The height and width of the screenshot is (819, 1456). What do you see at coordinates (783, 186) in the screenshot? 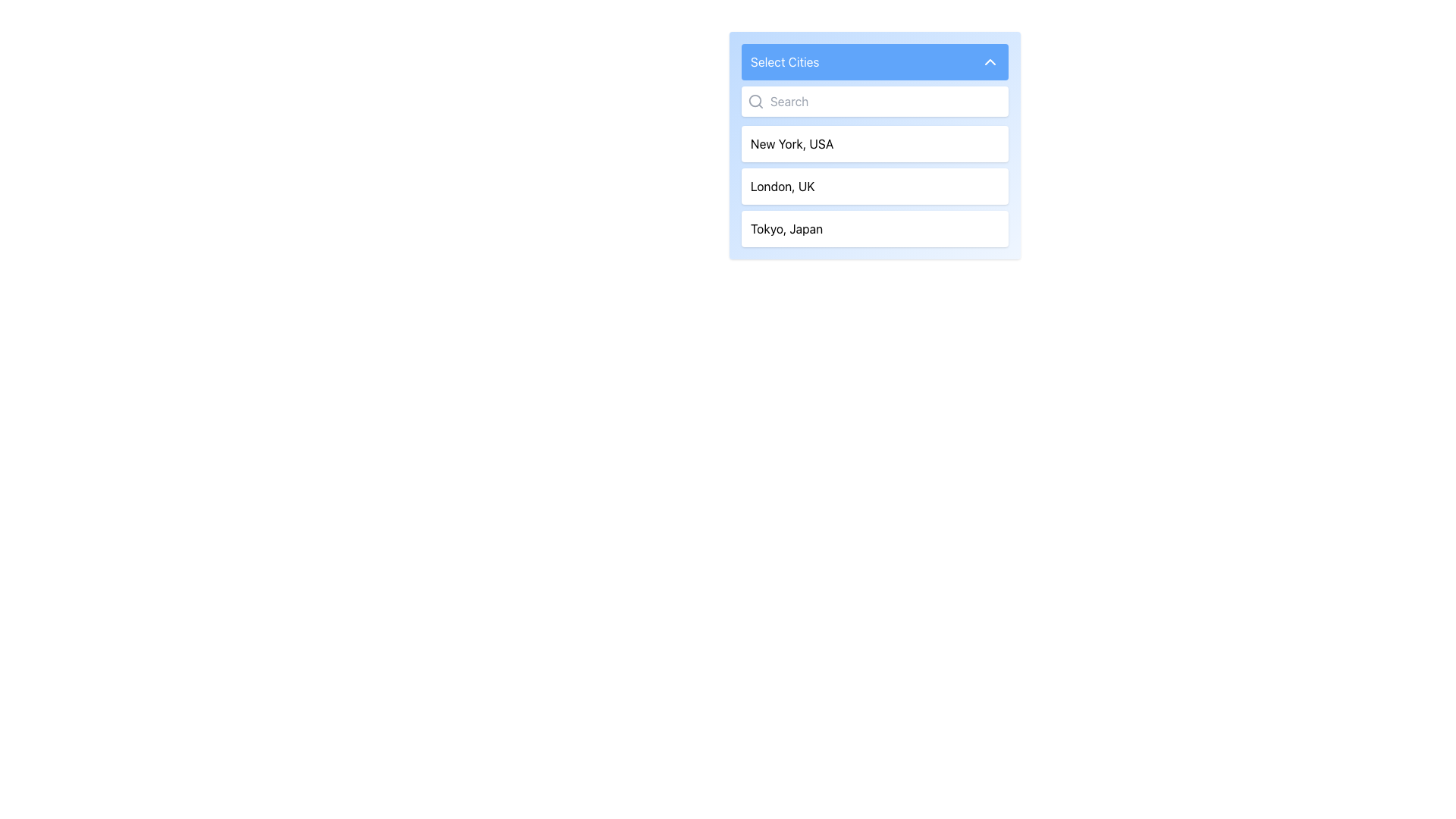
I see `the selectable city option 'London, UK' in the dropdown menu labeled 'Select Cities'` at bounding box center [783, 186].